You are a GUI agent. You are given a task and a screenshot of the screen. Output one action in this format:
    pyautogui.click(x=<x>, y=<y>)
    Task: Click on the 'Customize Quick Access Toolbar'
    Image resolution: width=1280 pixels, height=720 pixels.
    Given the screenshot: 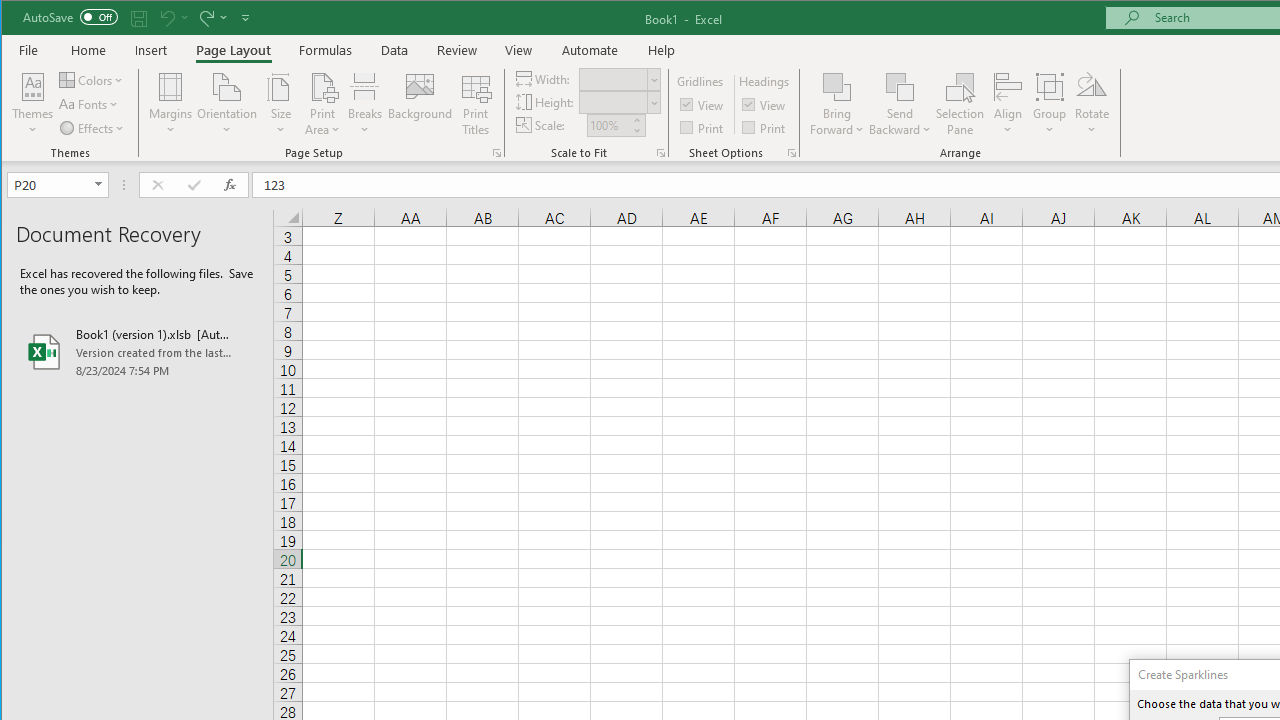 What is the action you would take?
    pyautogui.click(x=244, y=17)
    